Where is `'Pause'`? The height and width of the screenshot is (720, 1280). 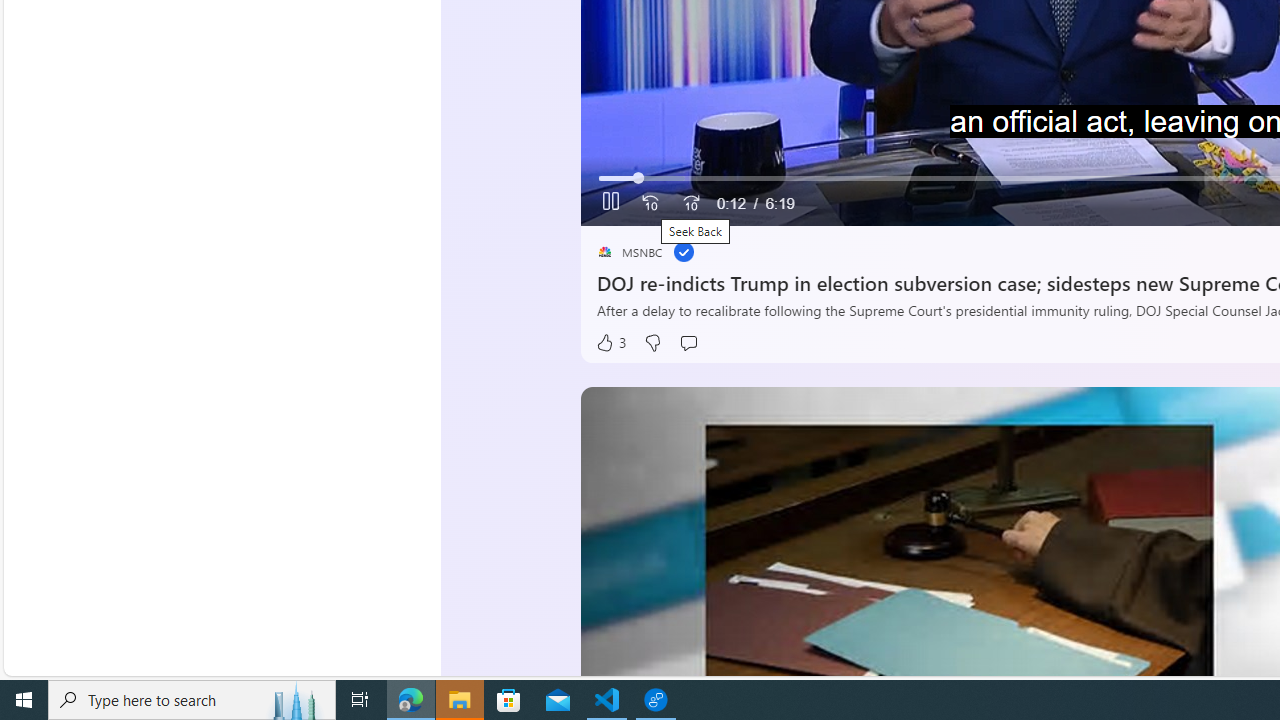
'Pause' is located at coordinates (610, 203).